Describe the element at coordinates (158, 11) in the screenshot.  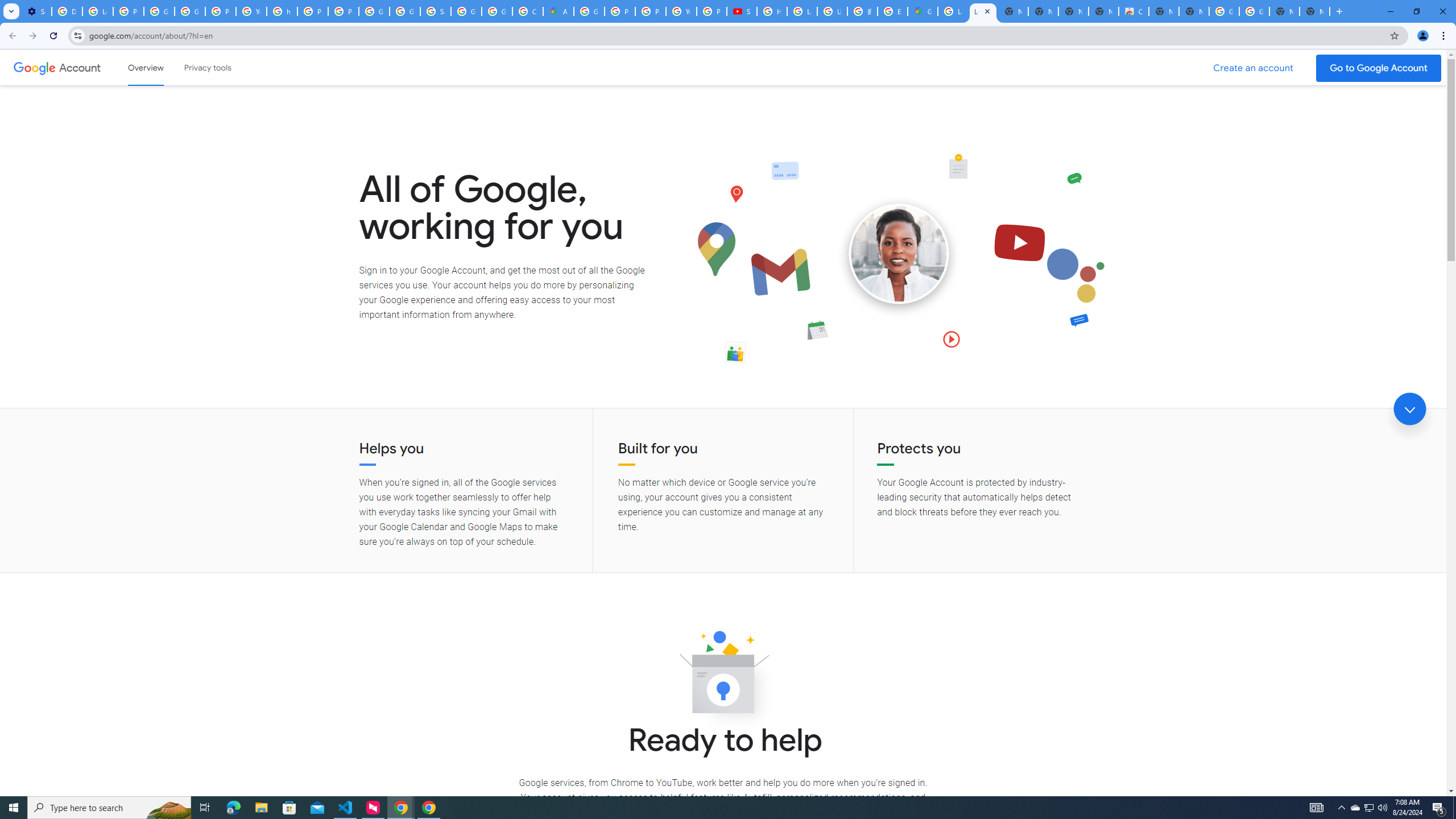
I see `'Google Account Help'` at that location.